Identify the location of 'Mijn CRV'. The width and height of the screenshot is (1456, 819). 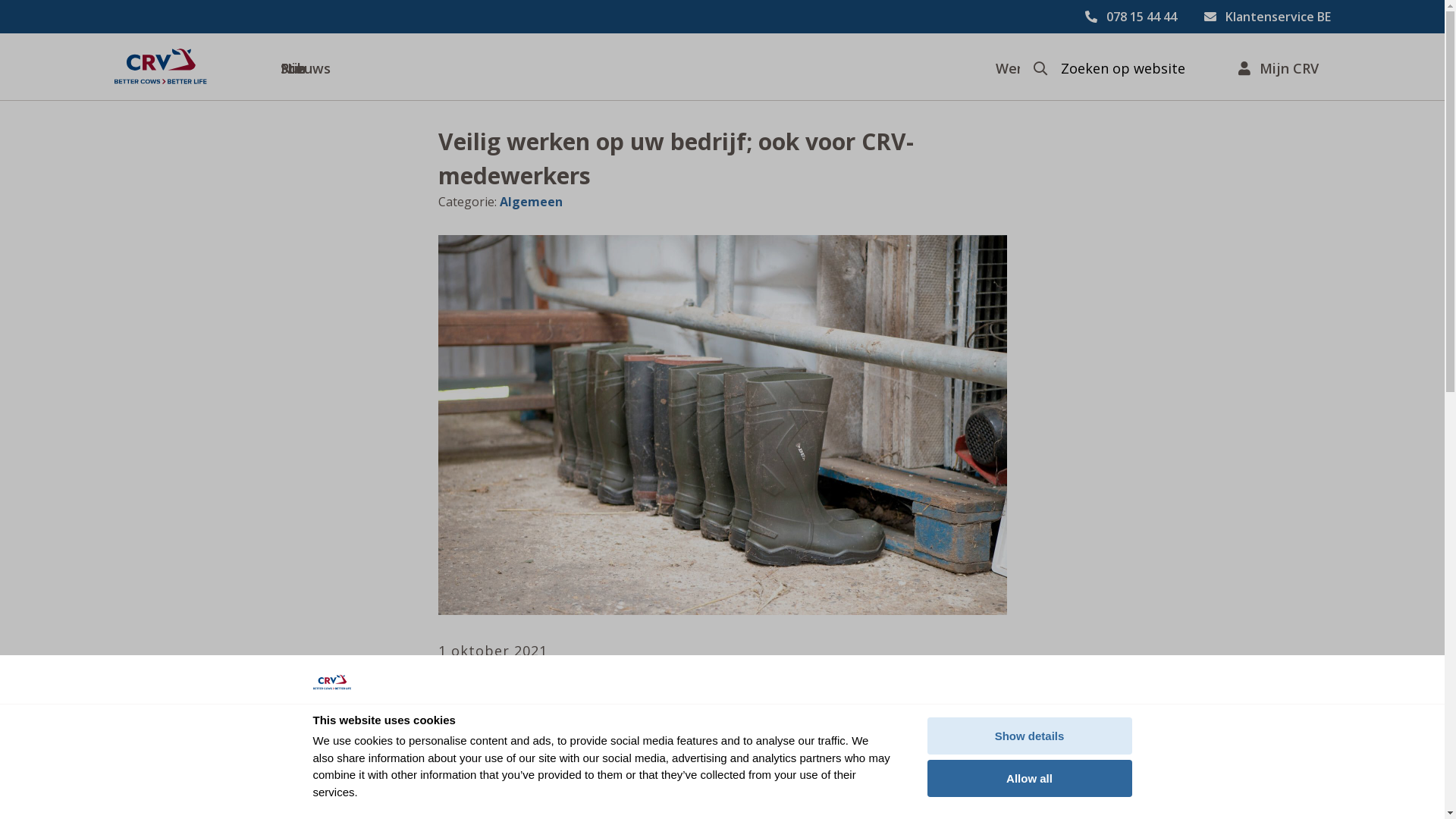
(1276, 66).